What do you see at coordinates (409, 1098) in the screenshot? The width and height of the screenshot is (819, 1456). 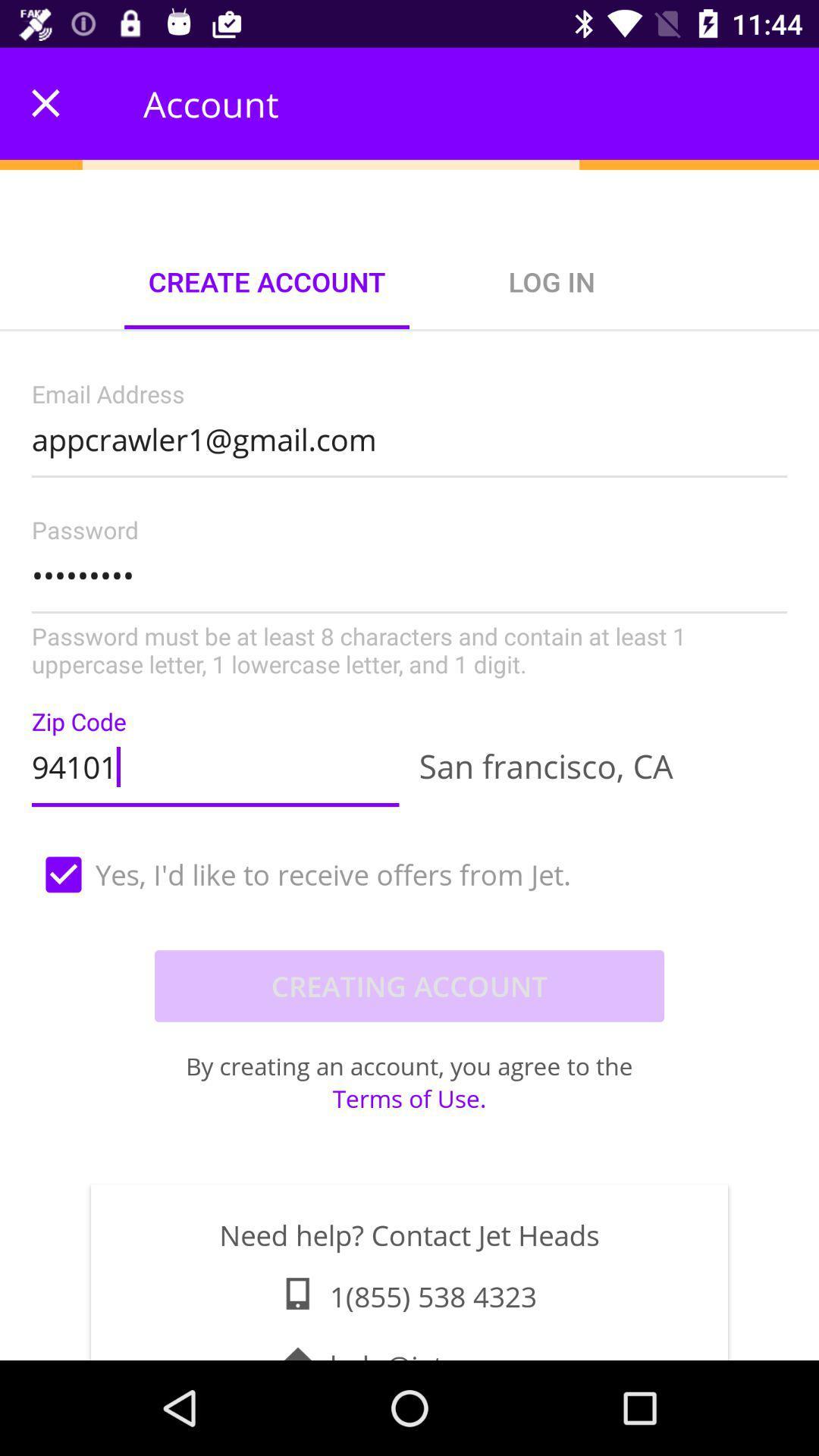 I see `the item above need help contact item` at bounding box center [409, 1098].